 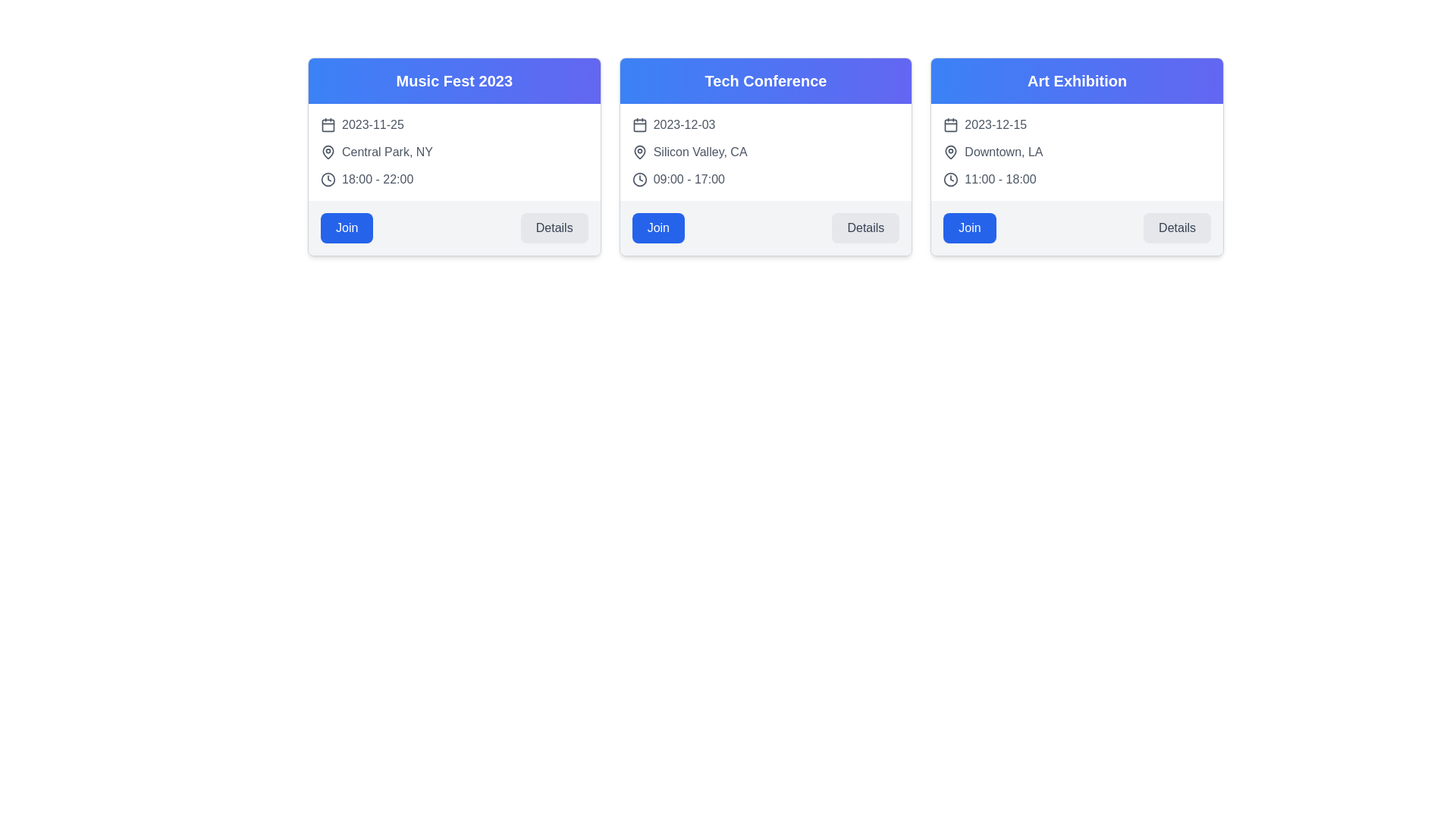 I want to click on the decorative rectangular shape within the SVG calendar icon, which enhances the visual design and indicates its purpose as a date representation for the 'Tech Conference' card, so click(x=639, y=124).